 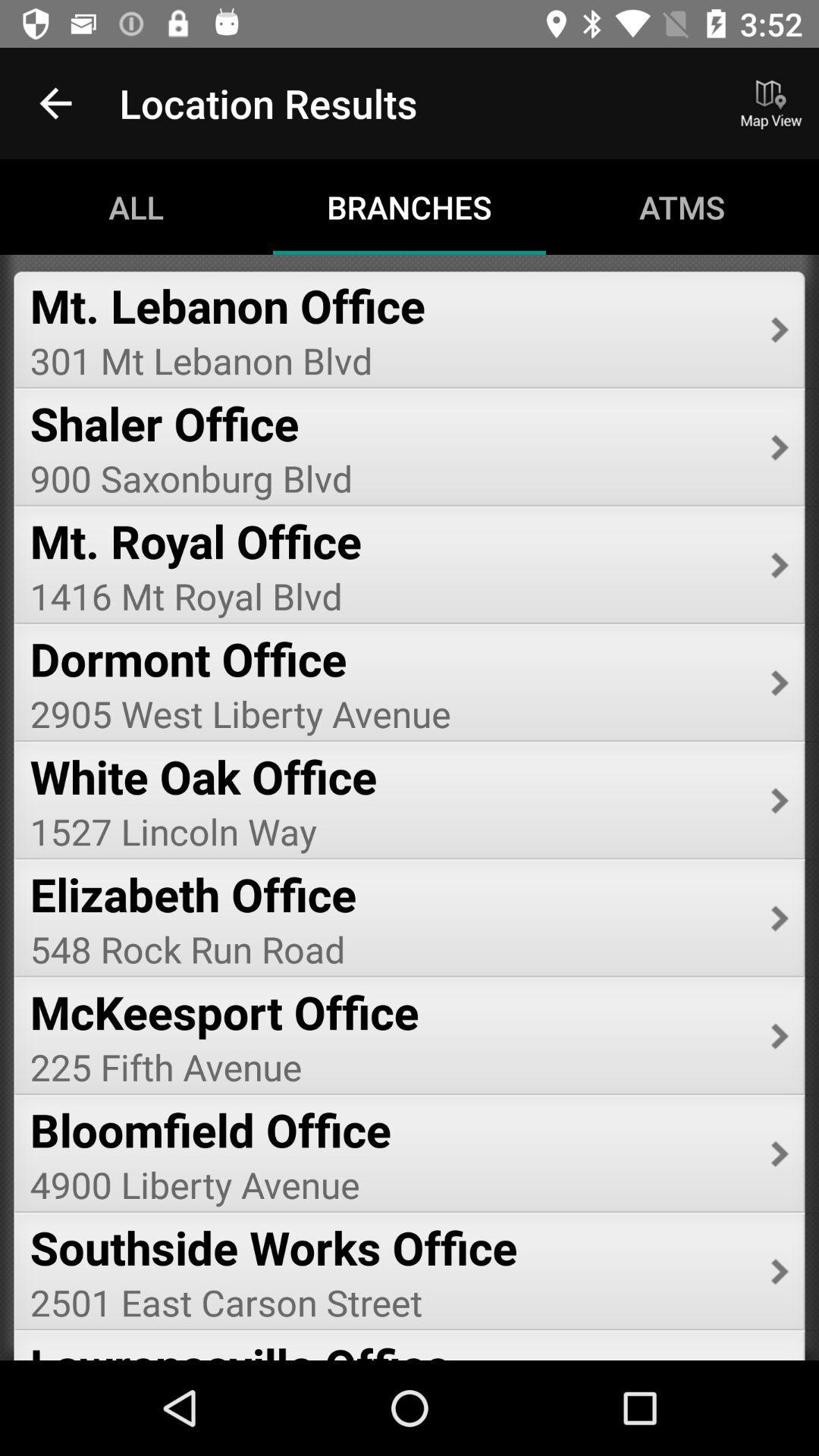 What do you see at coordinates (780, 1271) in the screenshot?
I see `the arrow icon next to southside works office` at bounding box center [780, 1271].